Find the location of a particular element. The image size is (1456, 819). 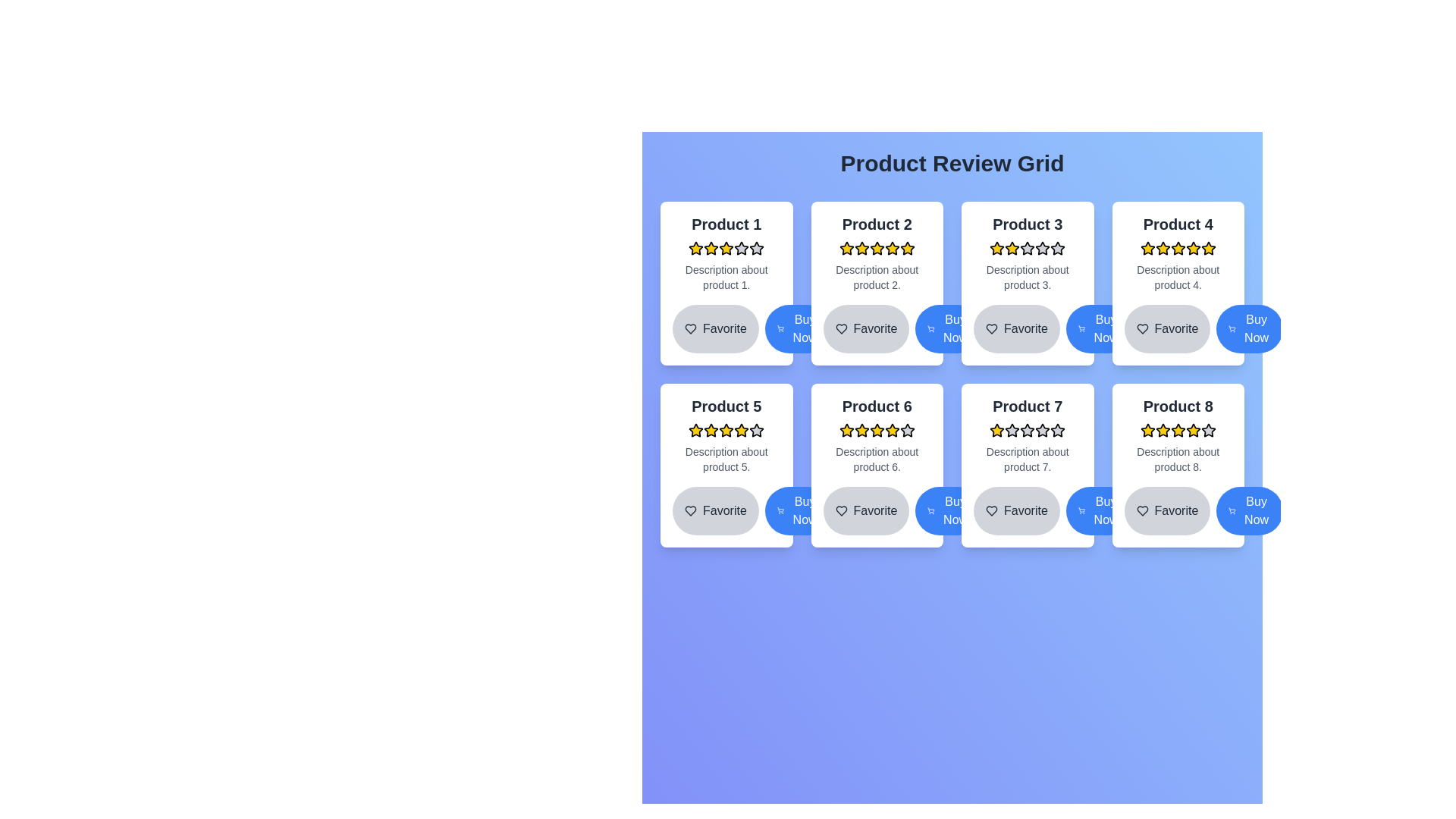

information displayed in the Text block located beneath the title 'Product 4' and above the 'Favorite' and 'Buy Now' buttons in the fourth card of the grid layout is located at coordinates (1177, 278).